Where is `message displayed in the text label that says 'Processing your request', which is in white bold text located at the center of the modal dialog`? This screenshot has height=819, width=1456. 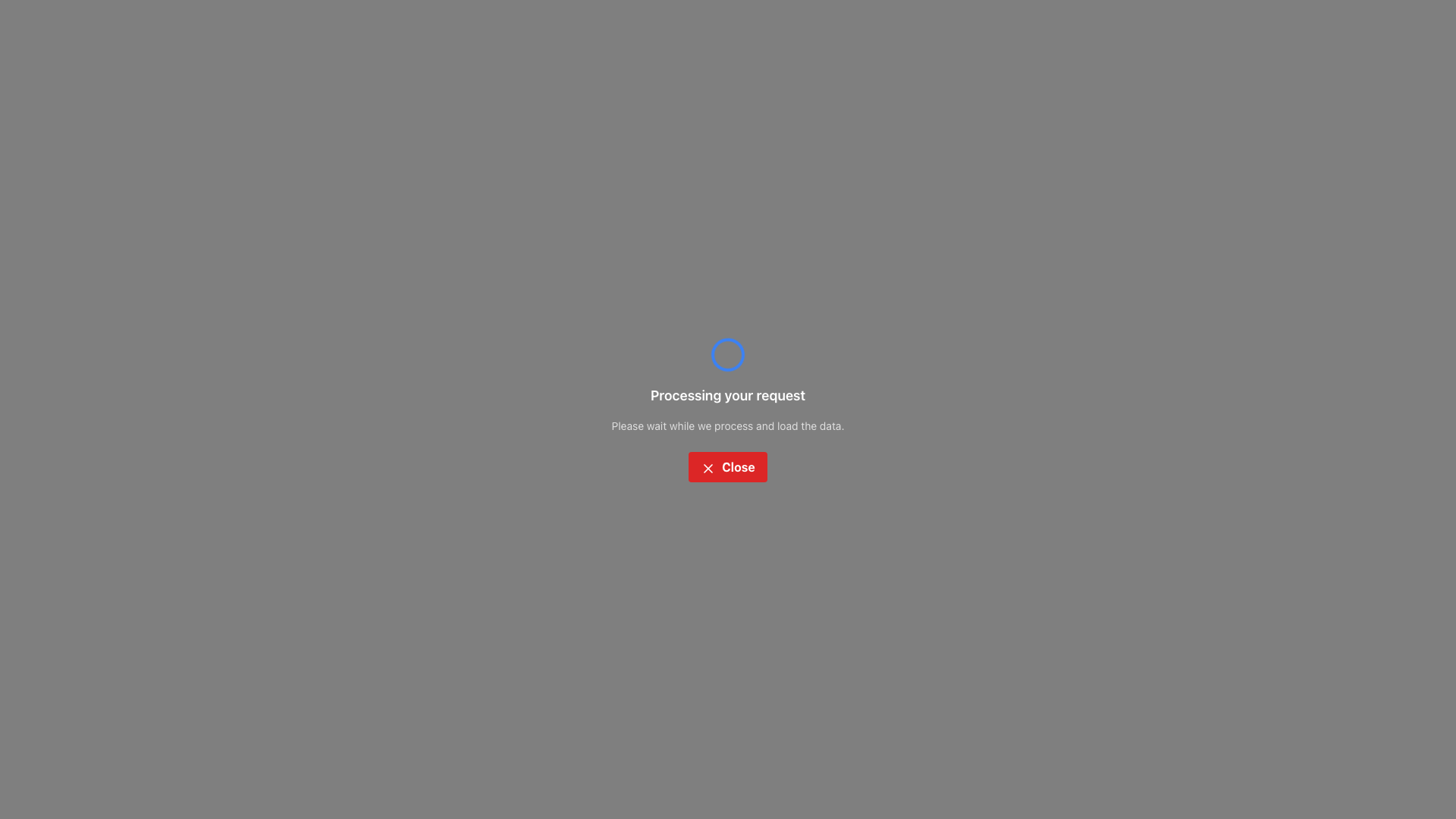
message displayed in the text label that says 'Processing your request', which is in white bold text located at the center of the modal dialog is located at coordinates (728, 394).